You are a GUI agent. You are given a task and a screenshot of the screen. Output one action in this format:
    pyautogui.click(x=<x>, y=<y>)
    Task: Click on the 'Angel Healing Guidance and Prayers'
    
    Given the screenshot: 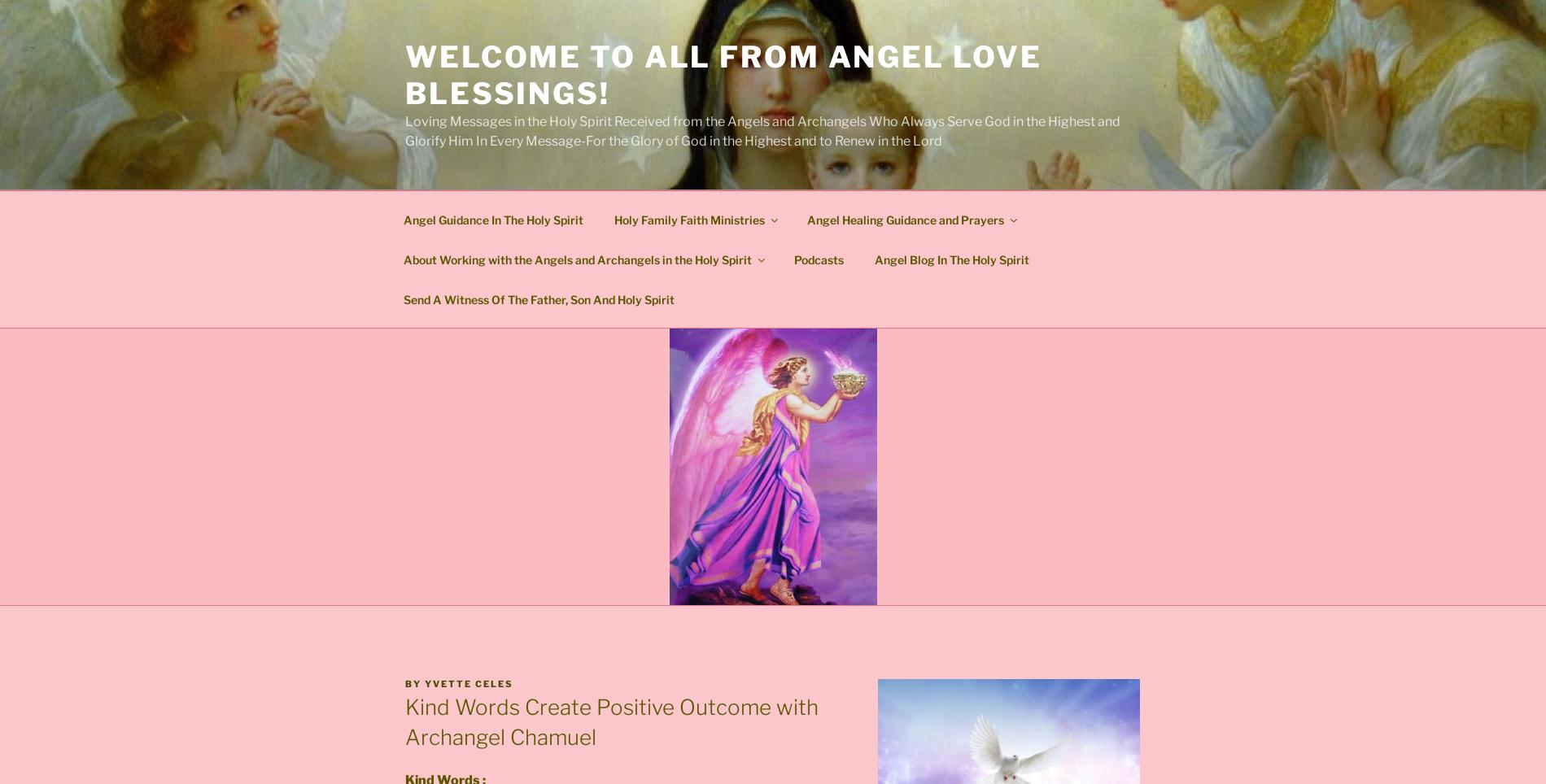 What is the action you would take?
    pyautogui.click(x=806, y=218)
    